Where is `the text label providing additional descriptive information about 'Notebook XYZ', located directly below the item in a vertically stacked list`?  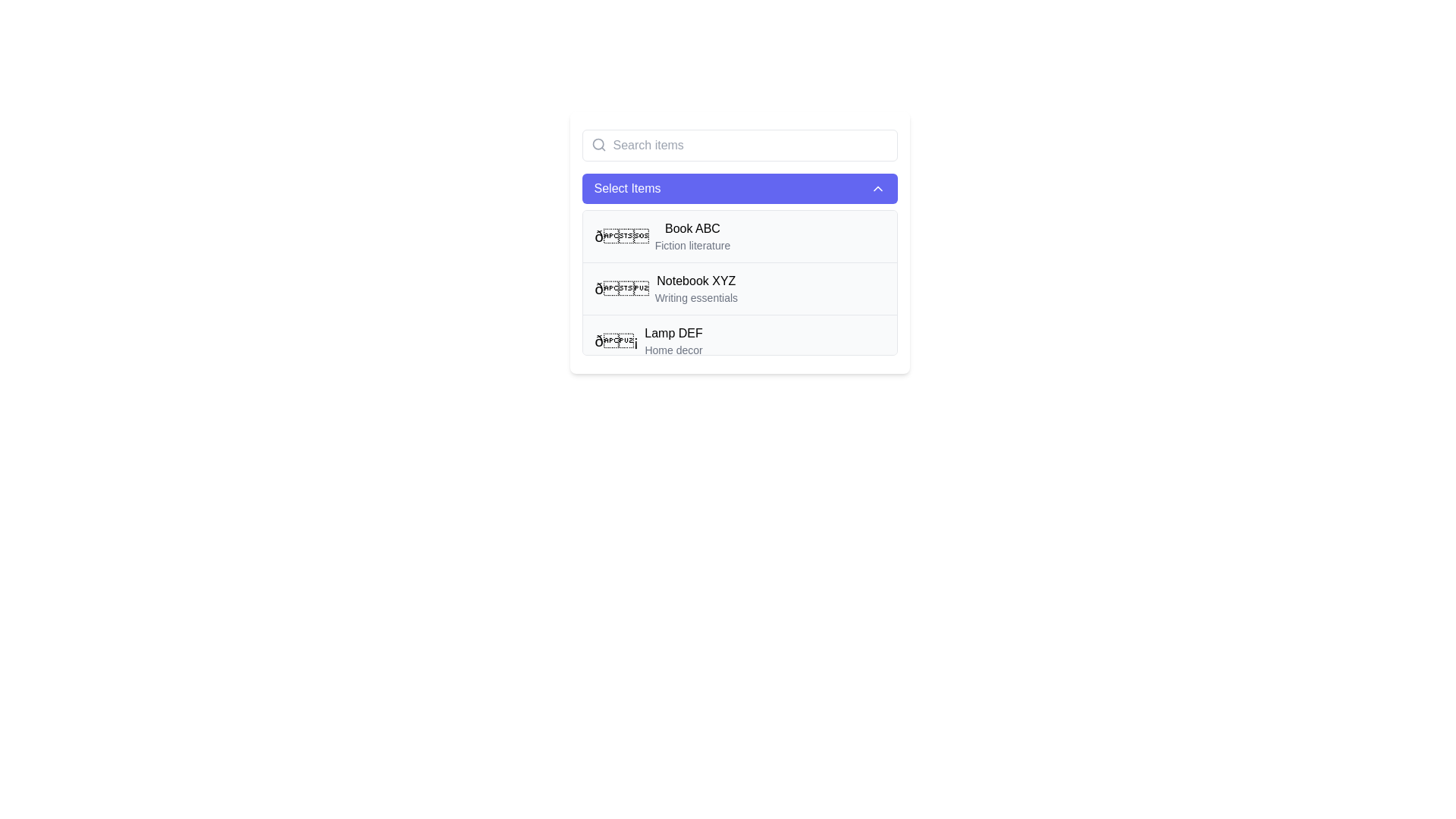
the text label providing additional descriptive information about 'Notebook XYZ', located directly below the item in a vertically stacked list is located at coordinates (695, 298).